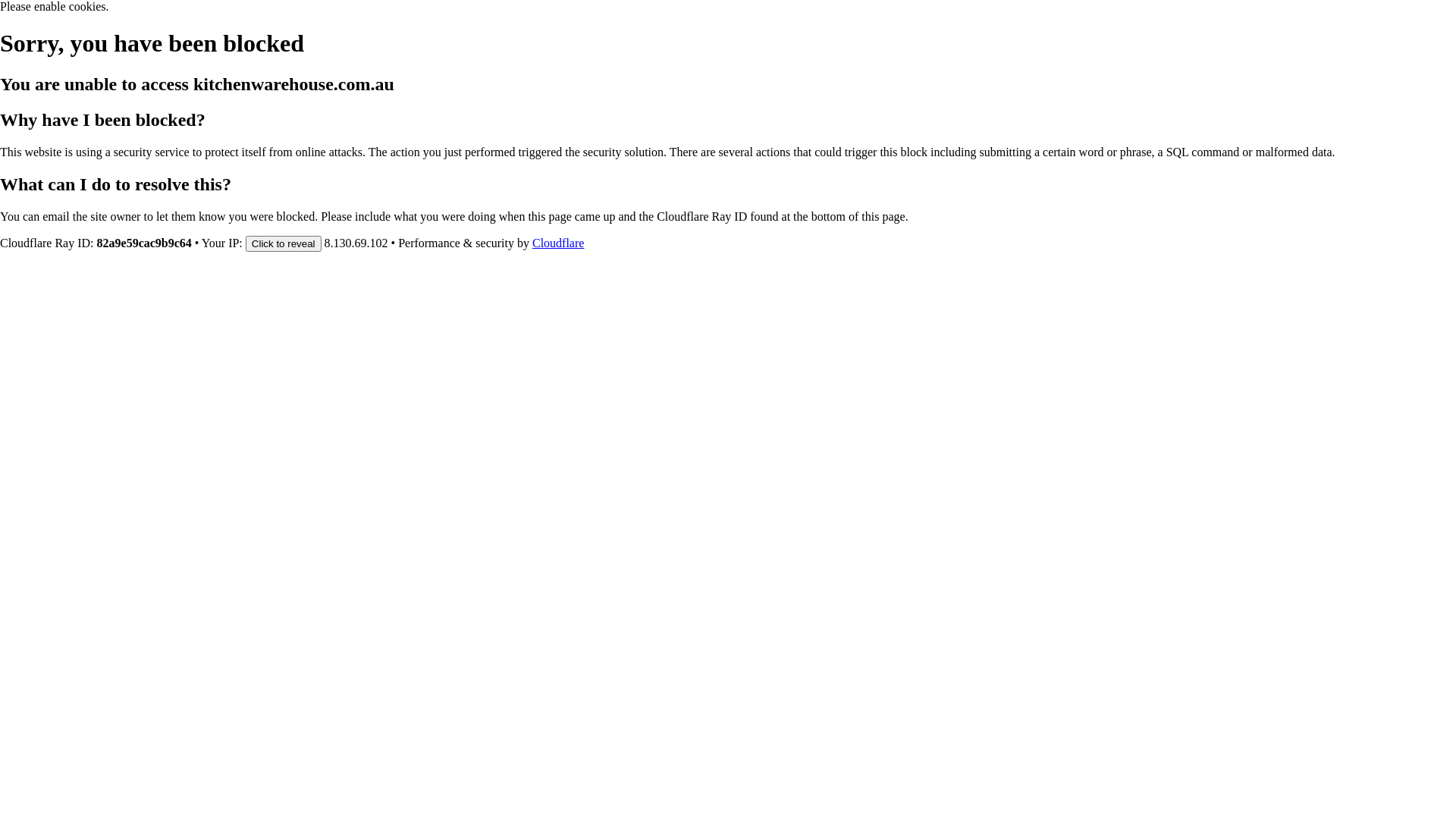 The image size is (1456, 819). I want to click on 'Click to reveal', so click(284, 242).